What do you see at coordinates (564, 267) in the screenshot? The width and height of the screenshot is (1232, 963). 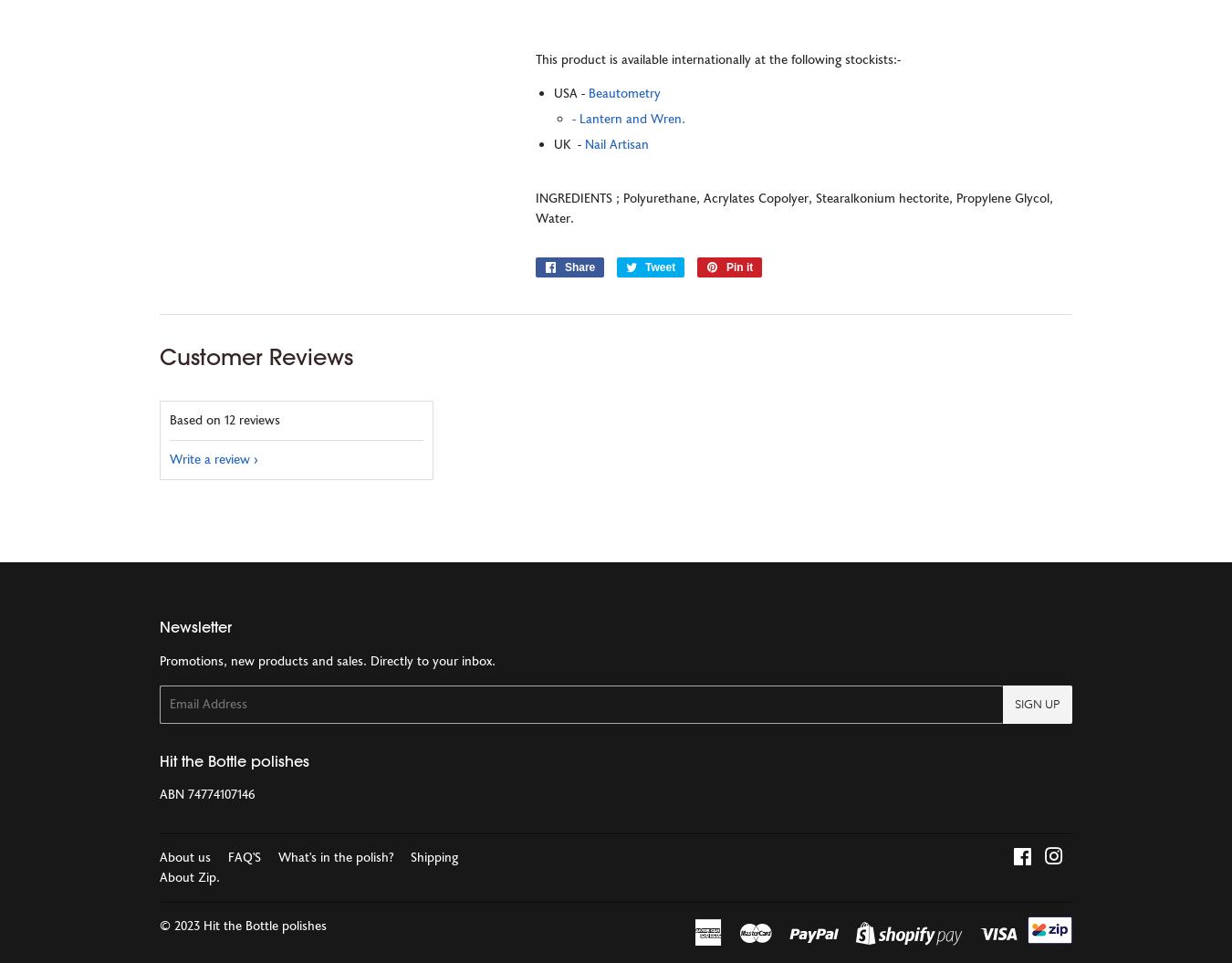 I see `'Share'` at bounding box center [564, 267].